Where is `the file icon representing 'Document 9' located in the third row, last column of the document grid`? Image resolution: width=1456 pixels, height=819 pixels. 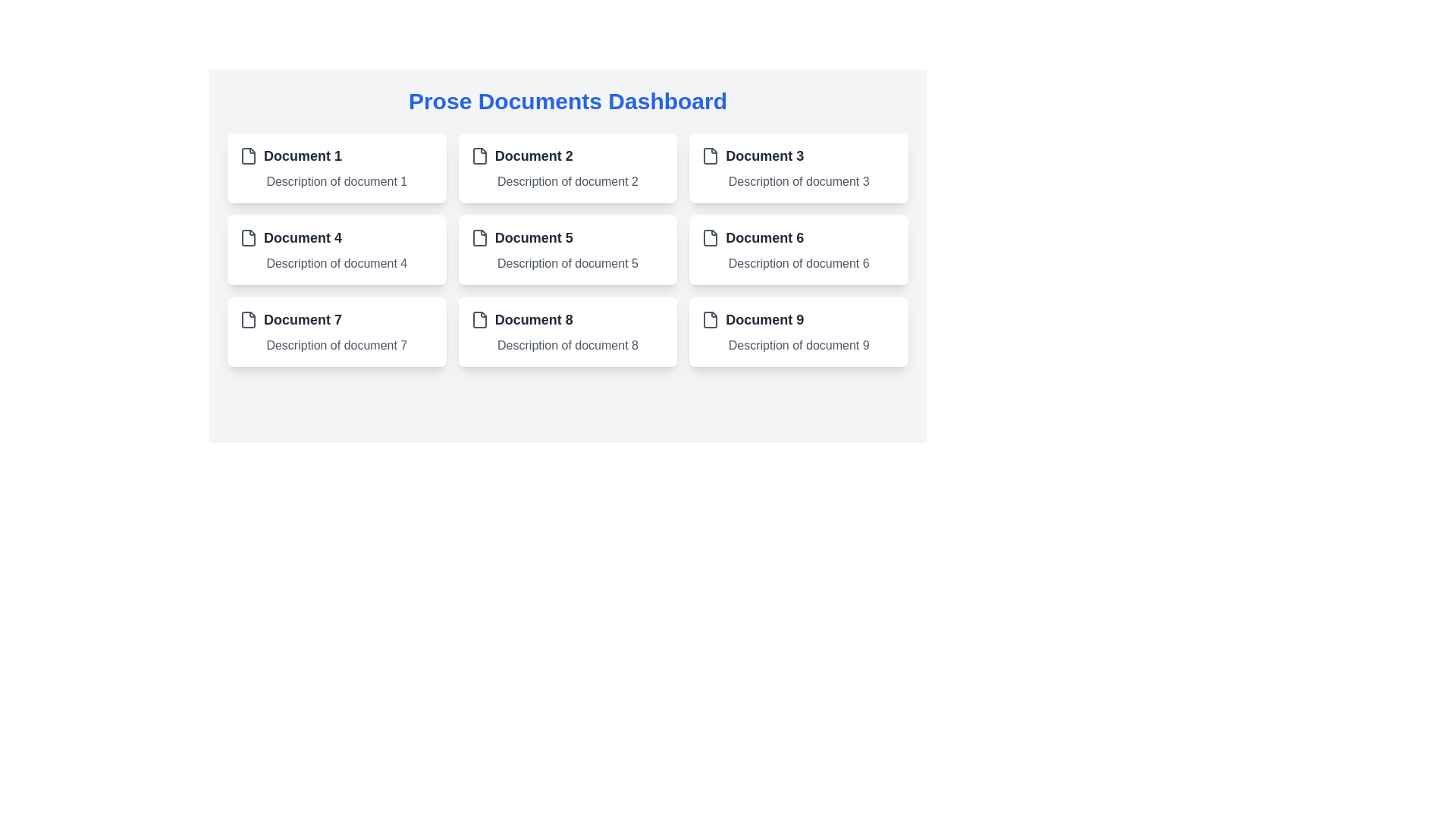 the file icon representing 'Document 9' located in the third row, last column of the document grid is located at coordinates (710, 318).